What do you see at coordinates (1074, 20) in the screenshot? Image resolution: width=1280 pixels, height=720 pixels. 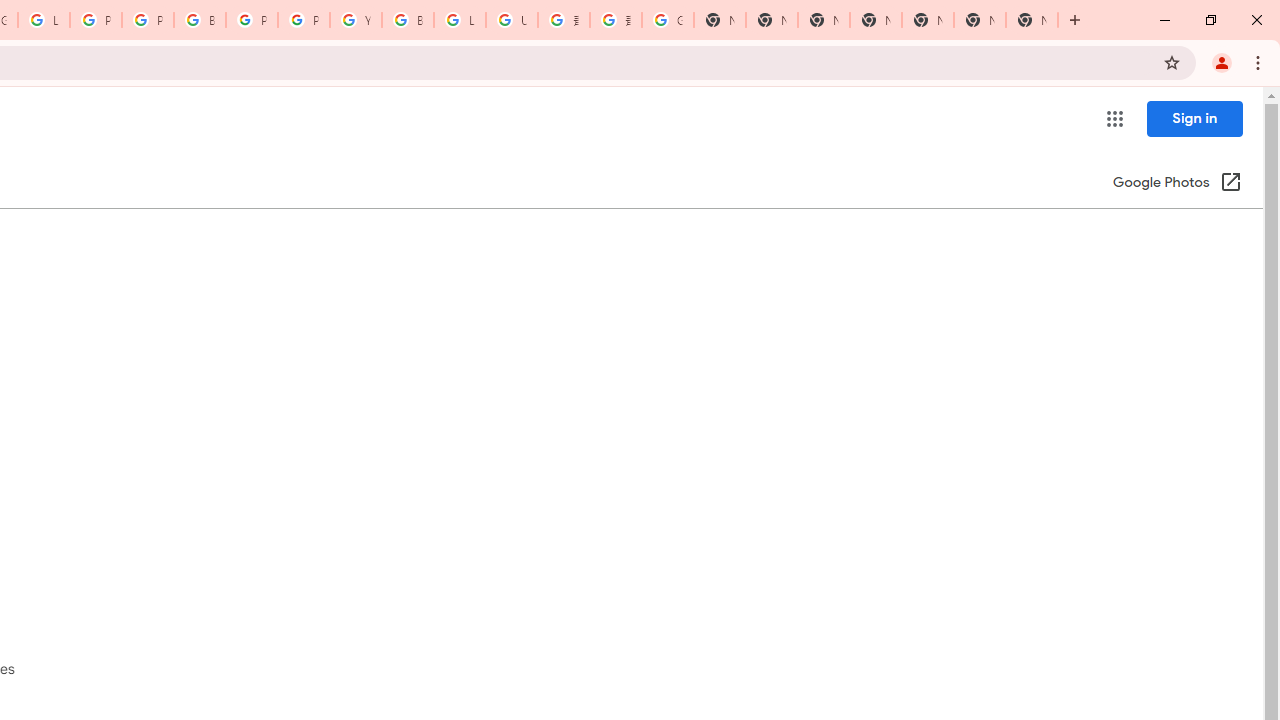 I see `'New Tab'` at bounding box center [1074, 20].